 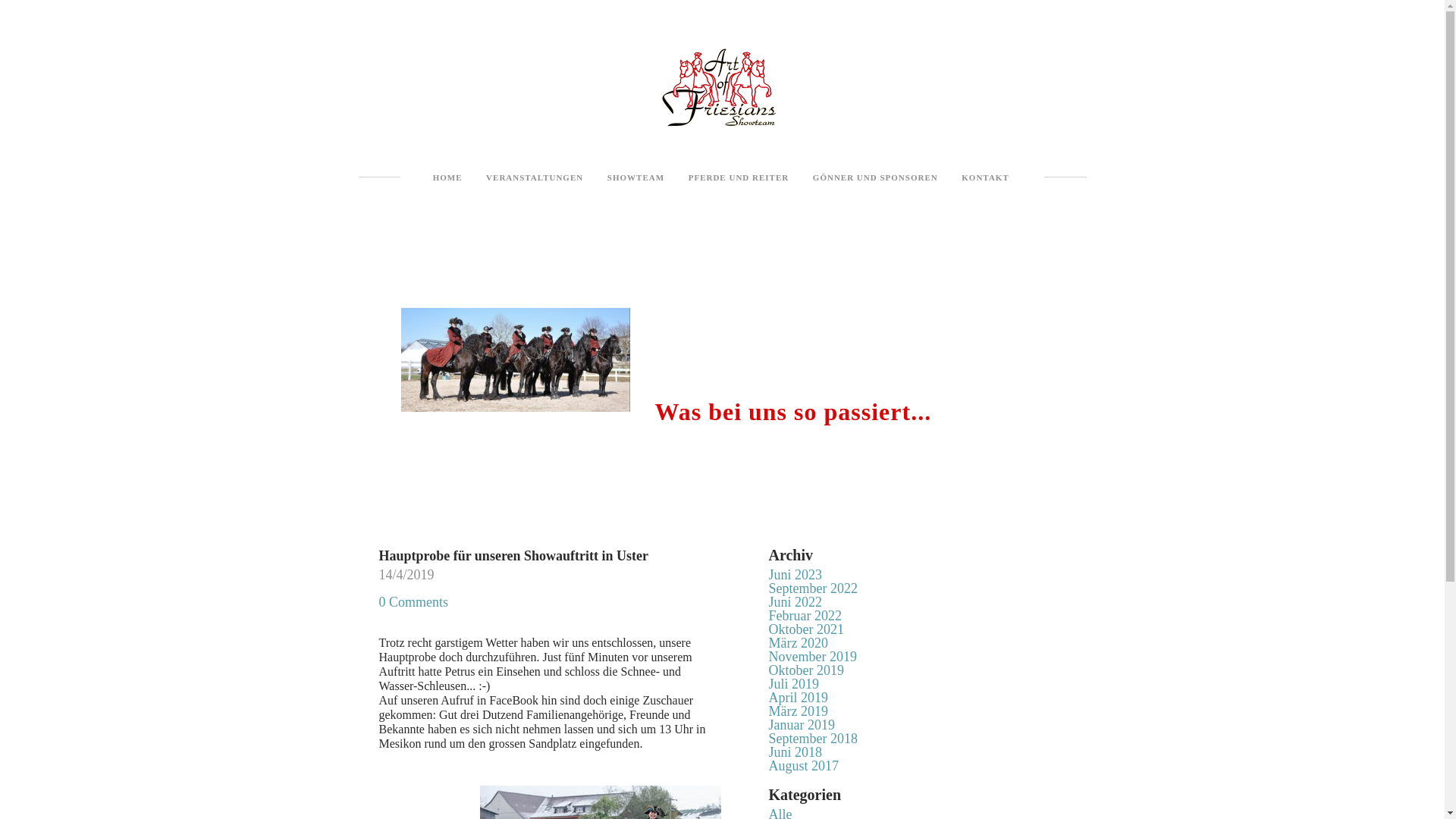 What do you see at coordinates (812, 587) in the screenshot?
I see `'September 2022'` at bounding box center [812, 587].